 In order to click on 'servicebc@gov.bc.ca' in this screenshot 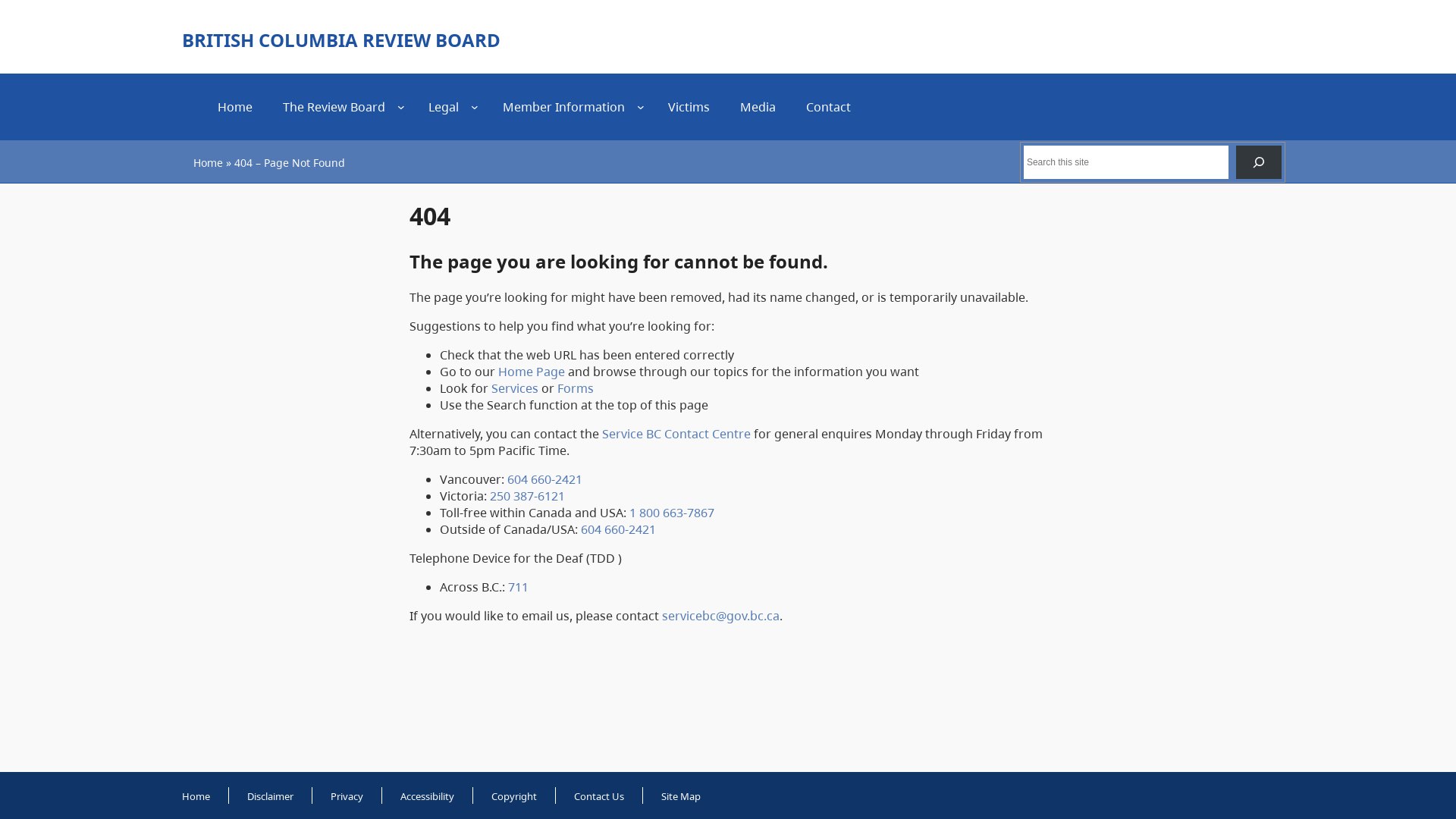, I will do `click(720, 616)`.